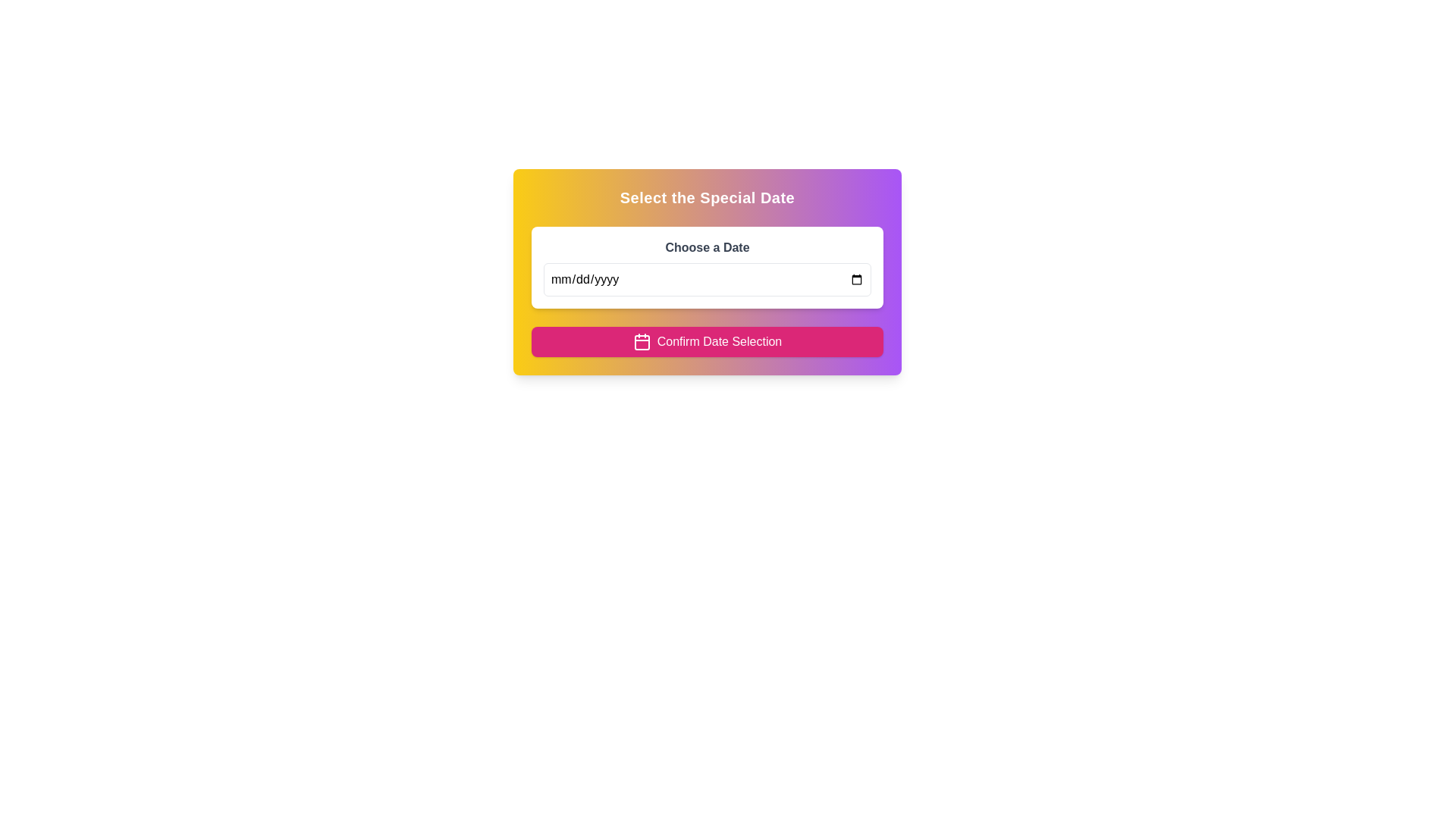 The image size is (1456, 819). I want to click on the decorative SVG rectangle that represents a calendar icon, located centrally beneath the date entry field and above the 'Confirm Date Selection' button, so click(642, 342).